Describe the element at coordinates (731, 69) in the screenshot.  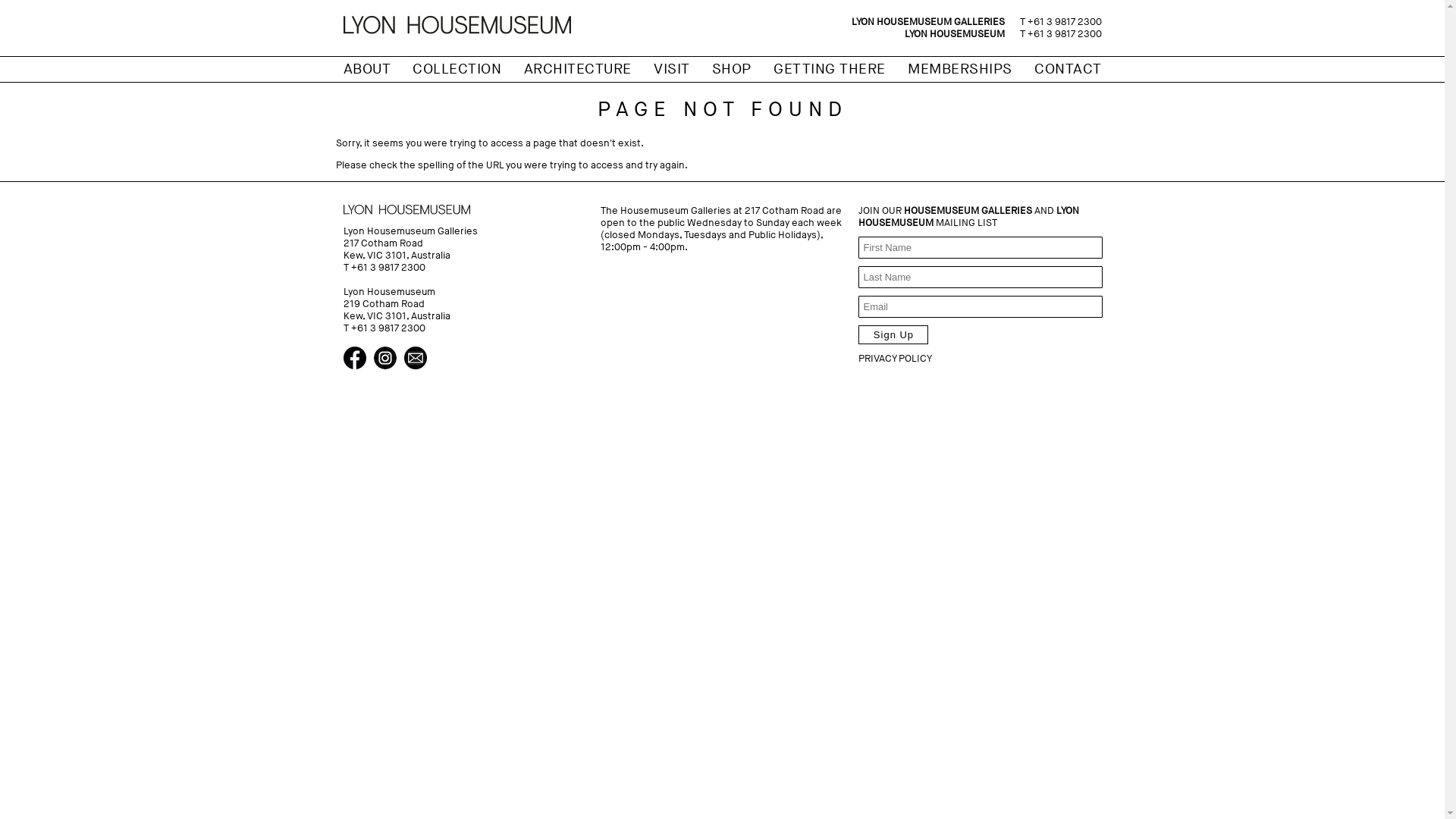
I see `'SHOP'` at that location.